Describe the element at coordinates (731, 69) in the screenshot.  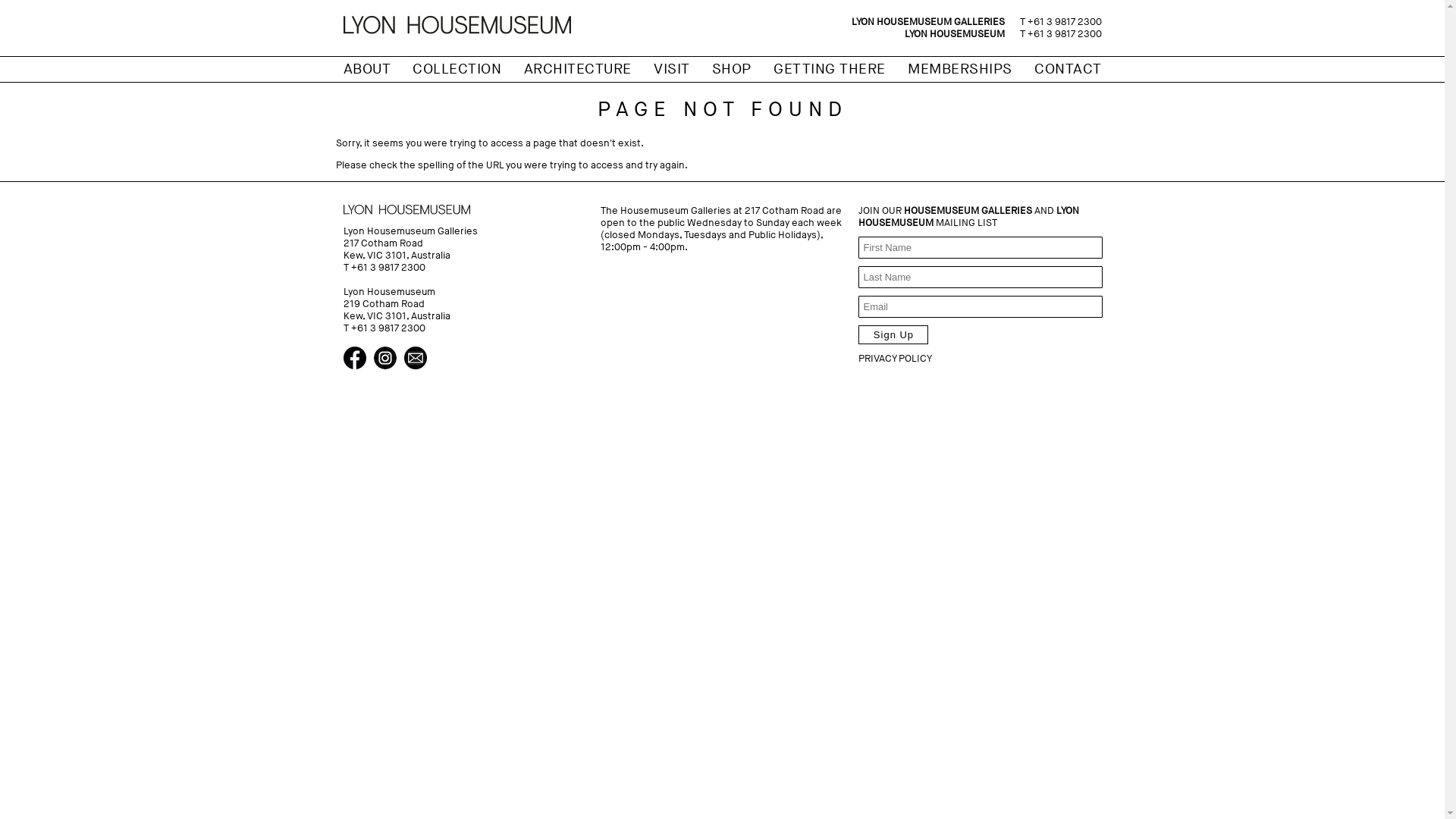
I see `'SHOP'` at that location.